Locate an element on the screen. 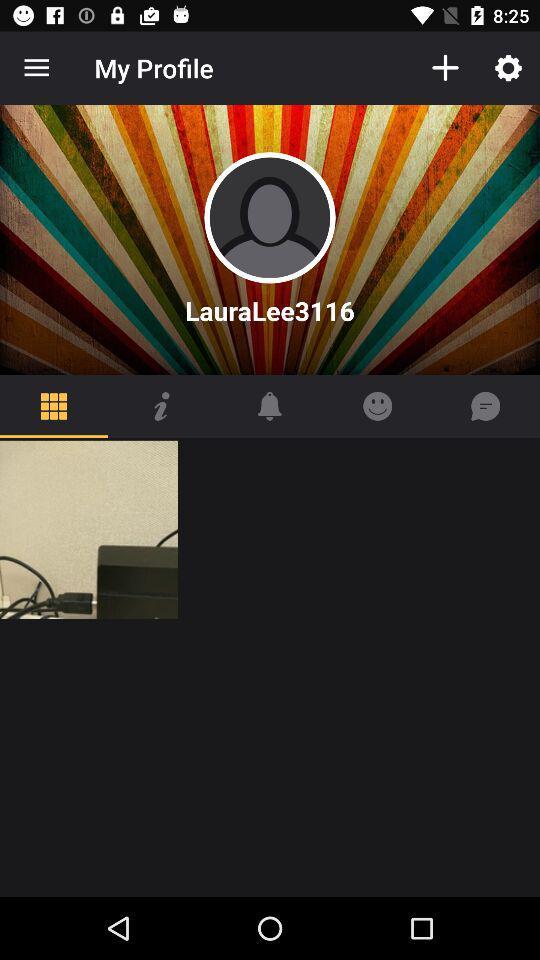 This screenshot has width=540, height=960. the icon to the right of the my profile item is located at coordinates (445, 68).